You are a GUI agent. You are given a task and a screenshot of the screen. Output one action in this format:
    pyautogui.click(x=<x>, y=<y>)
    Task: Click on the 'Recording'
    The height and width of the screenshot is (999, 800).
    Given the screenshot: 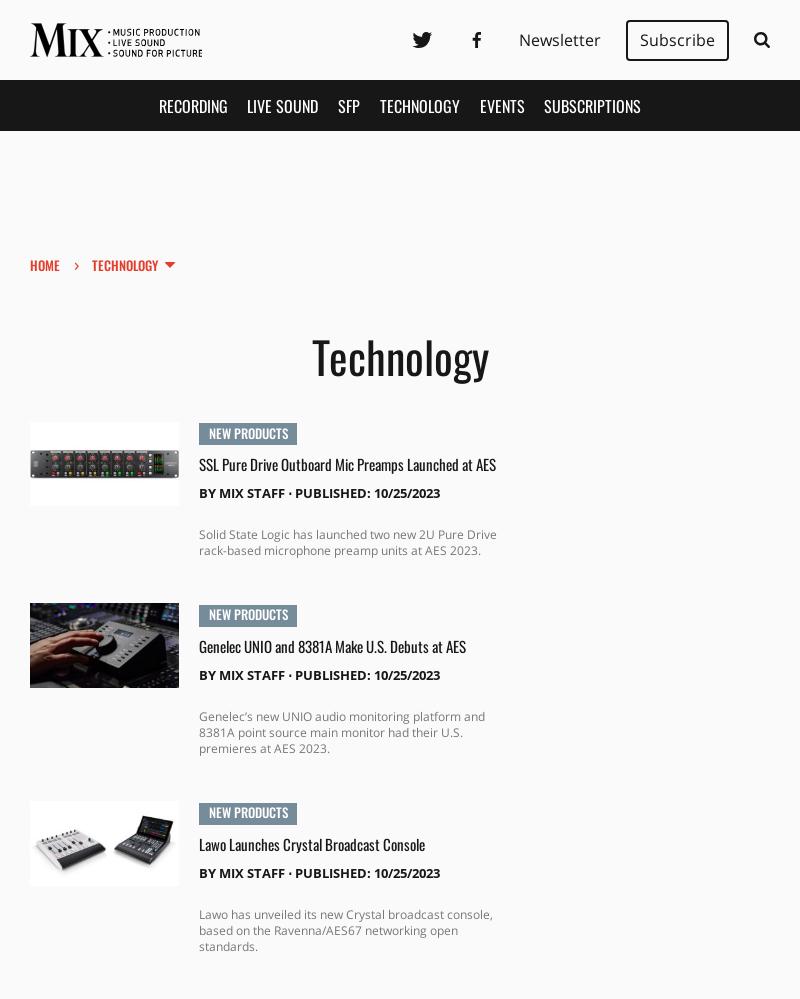 What is the action you would take?
    pyautogui.click(x=191, y=104)
    